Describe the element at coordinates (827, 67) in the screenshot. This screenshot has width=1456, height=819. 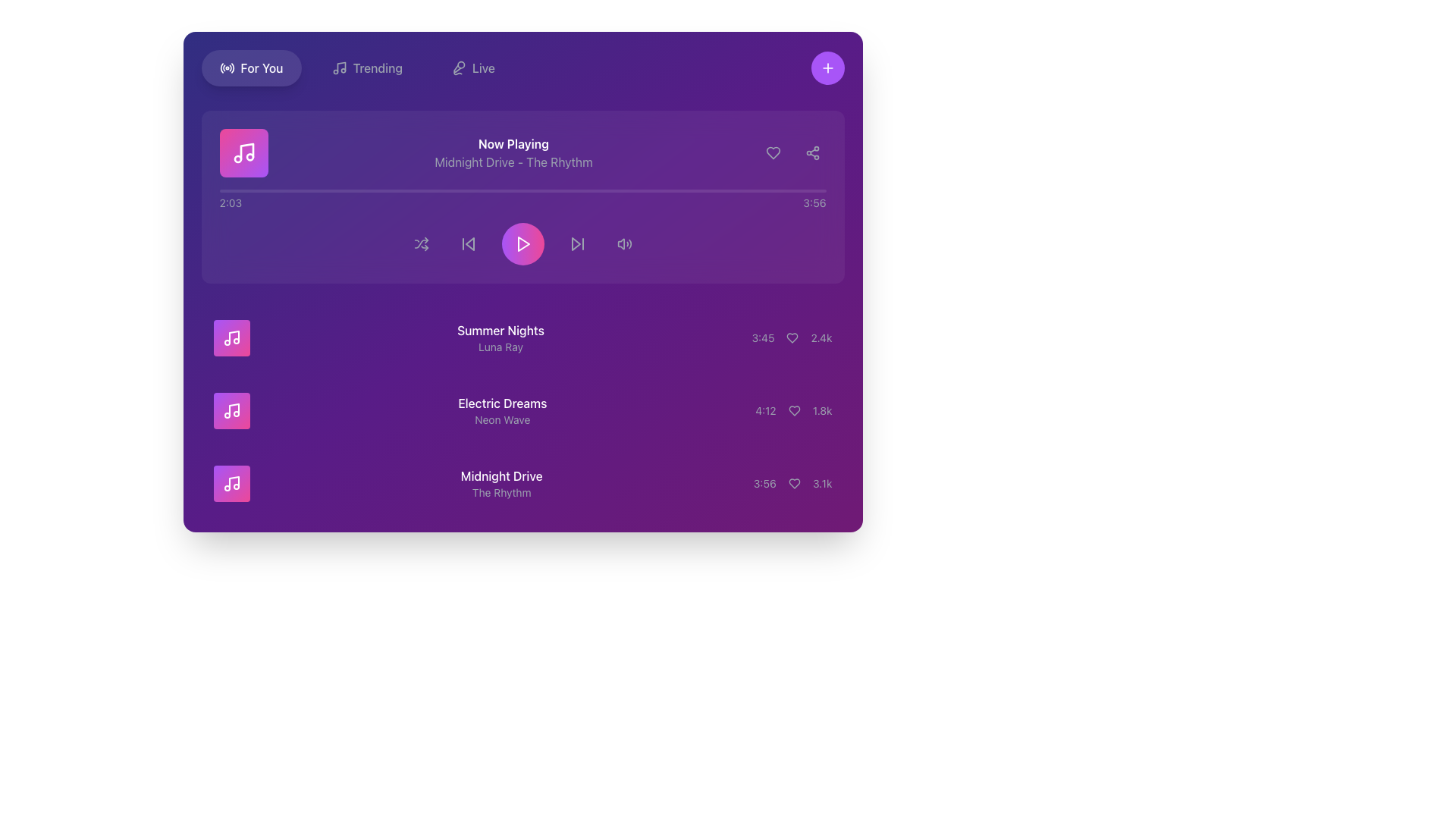
I see `the circular purple button with a white plus symbol located at the top-right corner of the music information panel` at that location.